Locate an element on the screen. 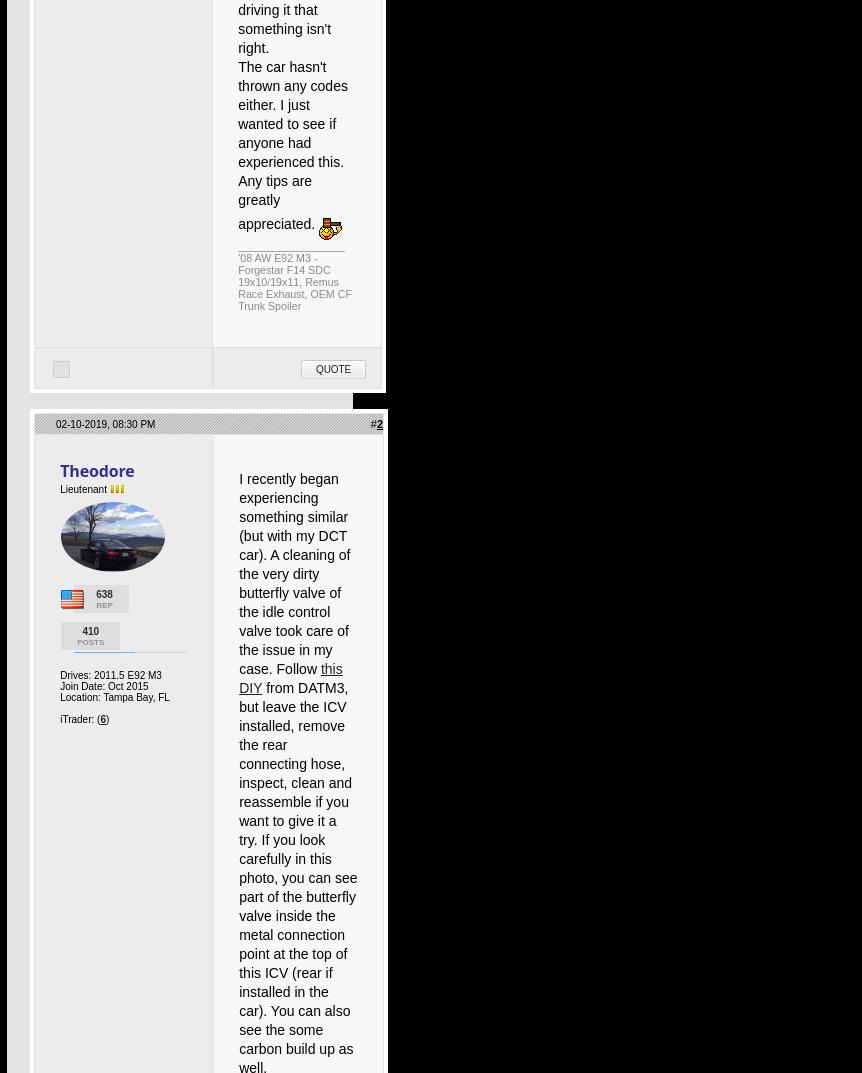 Image resolution: width=862 pixels, height=1073 pixels. '6' is located at coordinates (101, 718).